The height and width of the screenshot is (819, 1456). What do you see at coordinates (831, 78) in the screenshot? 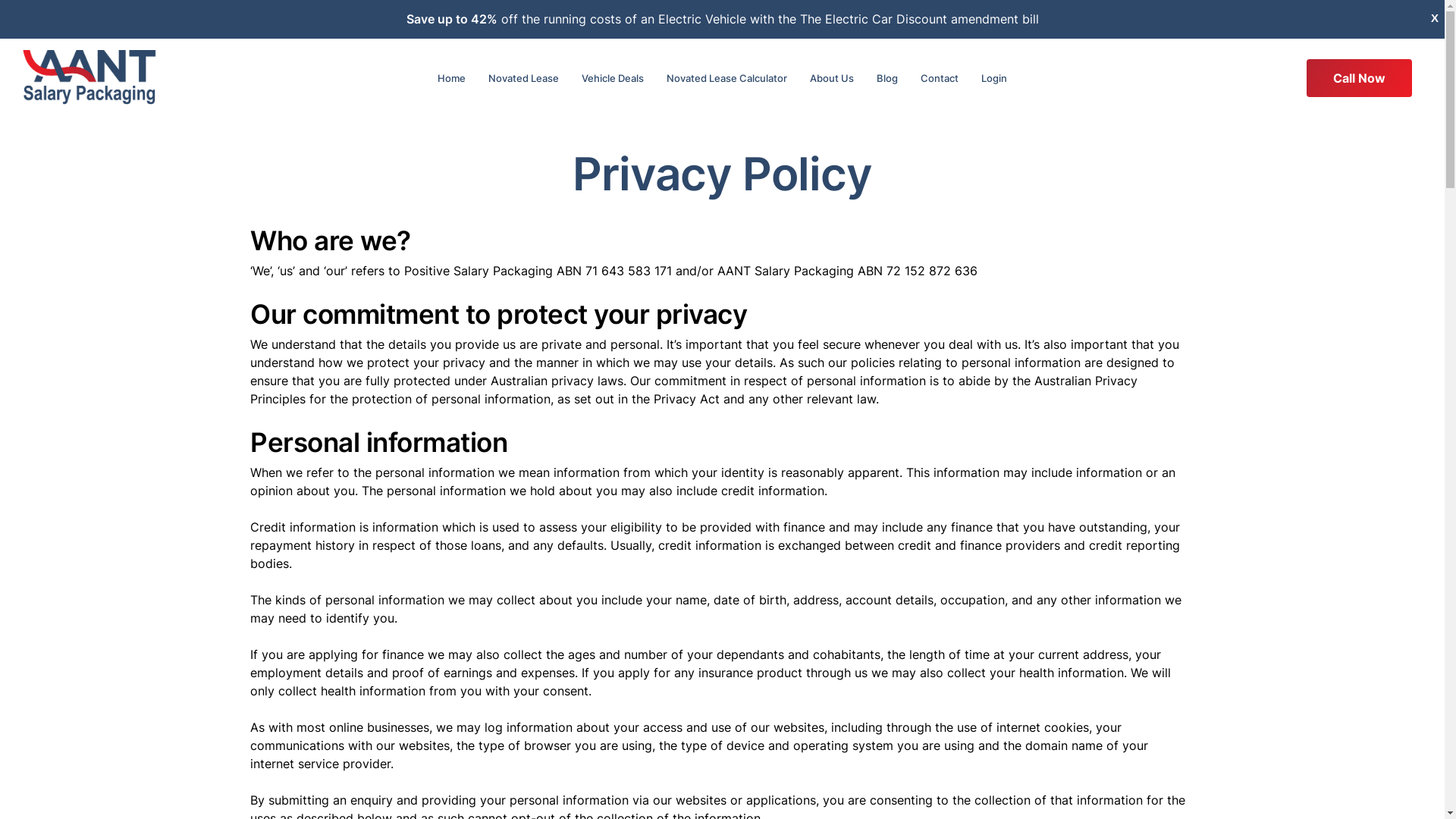
I see `'About Us'` at bounding box center [831, 78].